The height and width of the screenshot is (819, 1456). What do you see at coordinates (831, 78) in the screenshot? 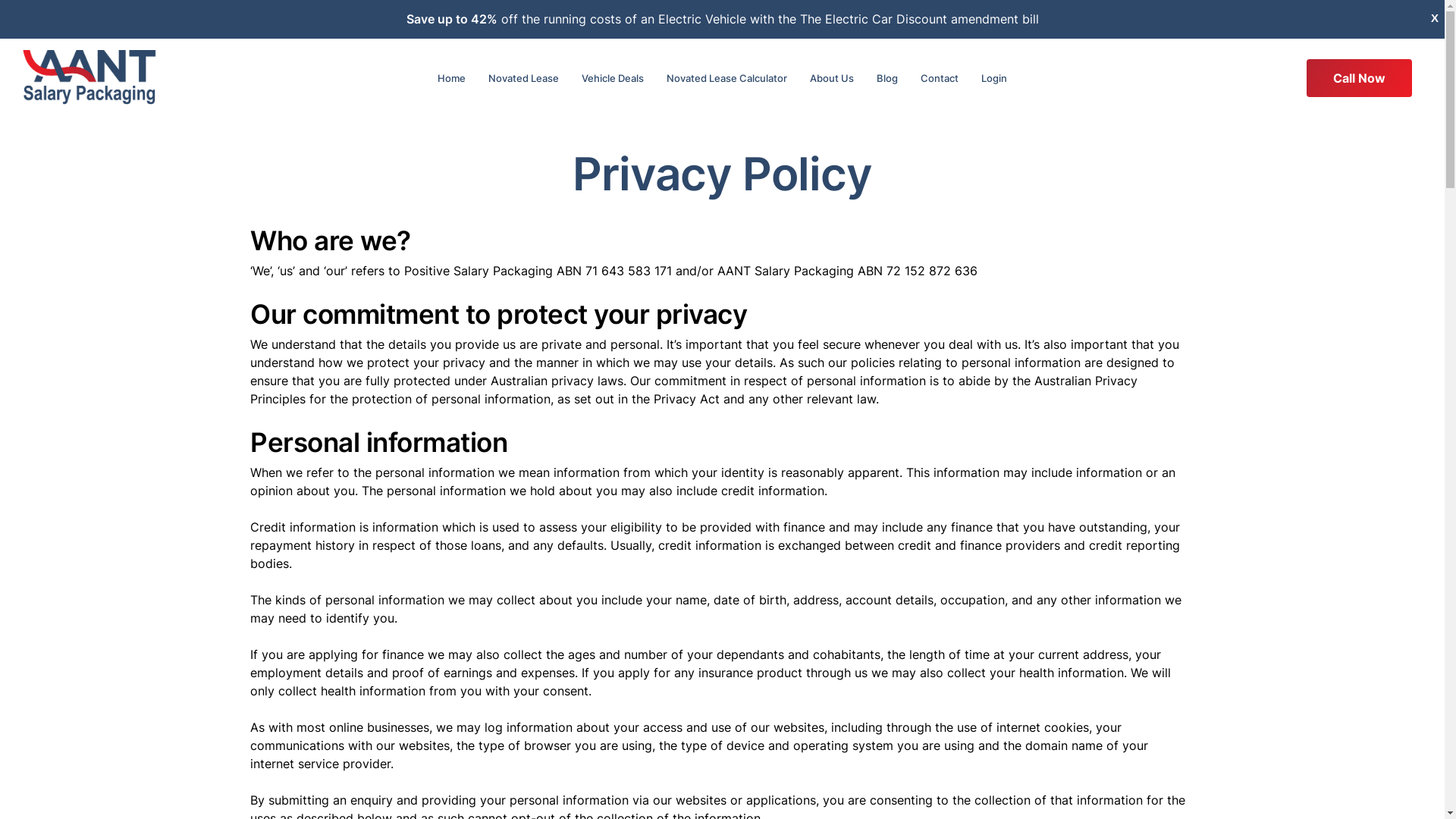
I see `'About Us'` at bounding box center [831, 78].